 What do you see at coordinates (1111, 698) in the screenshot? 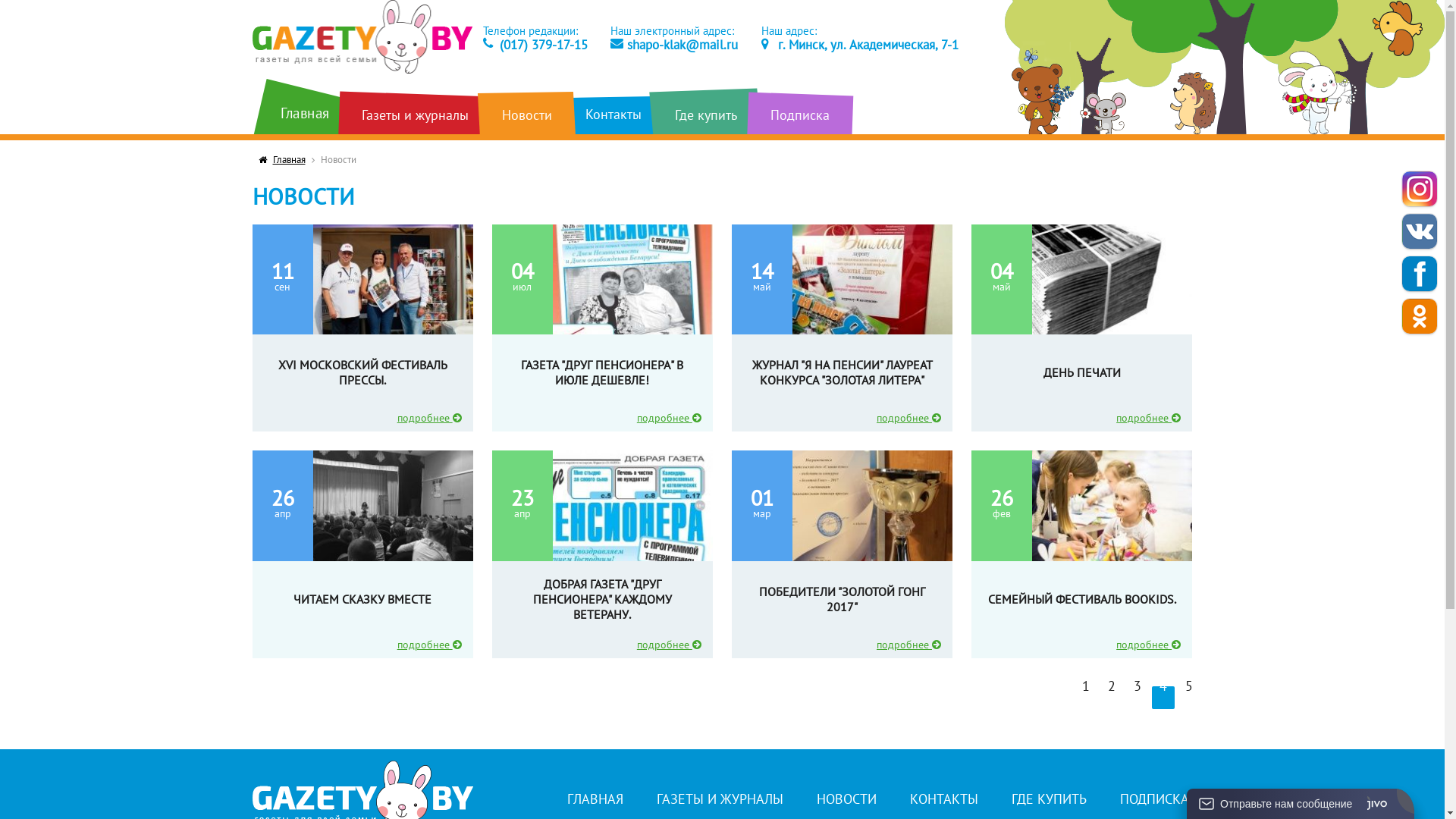
I see `'2'` at bounding box center [1111, 698].